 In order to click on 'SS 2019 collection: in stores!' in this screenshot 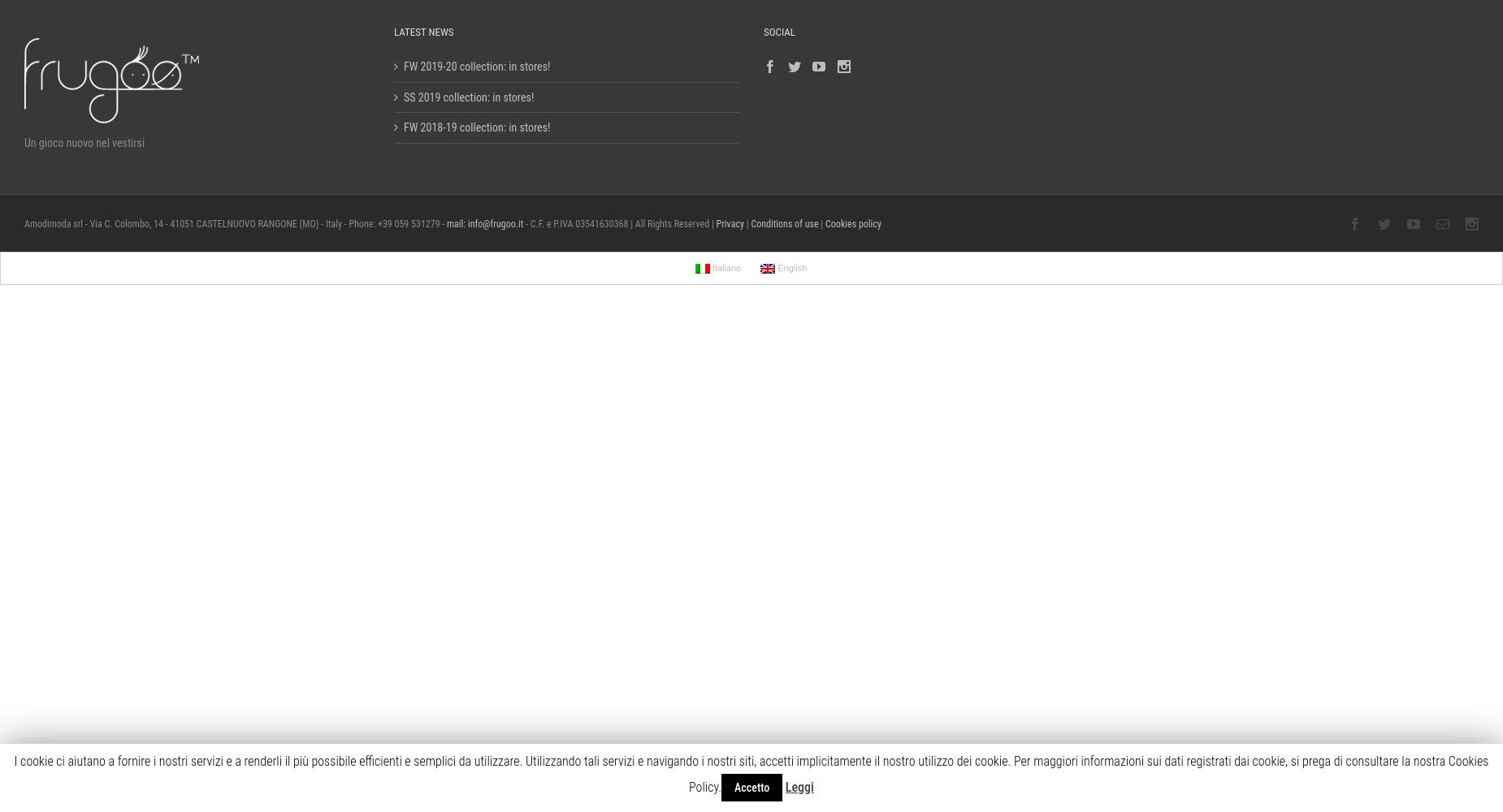, I will do `click(403, 96)`.